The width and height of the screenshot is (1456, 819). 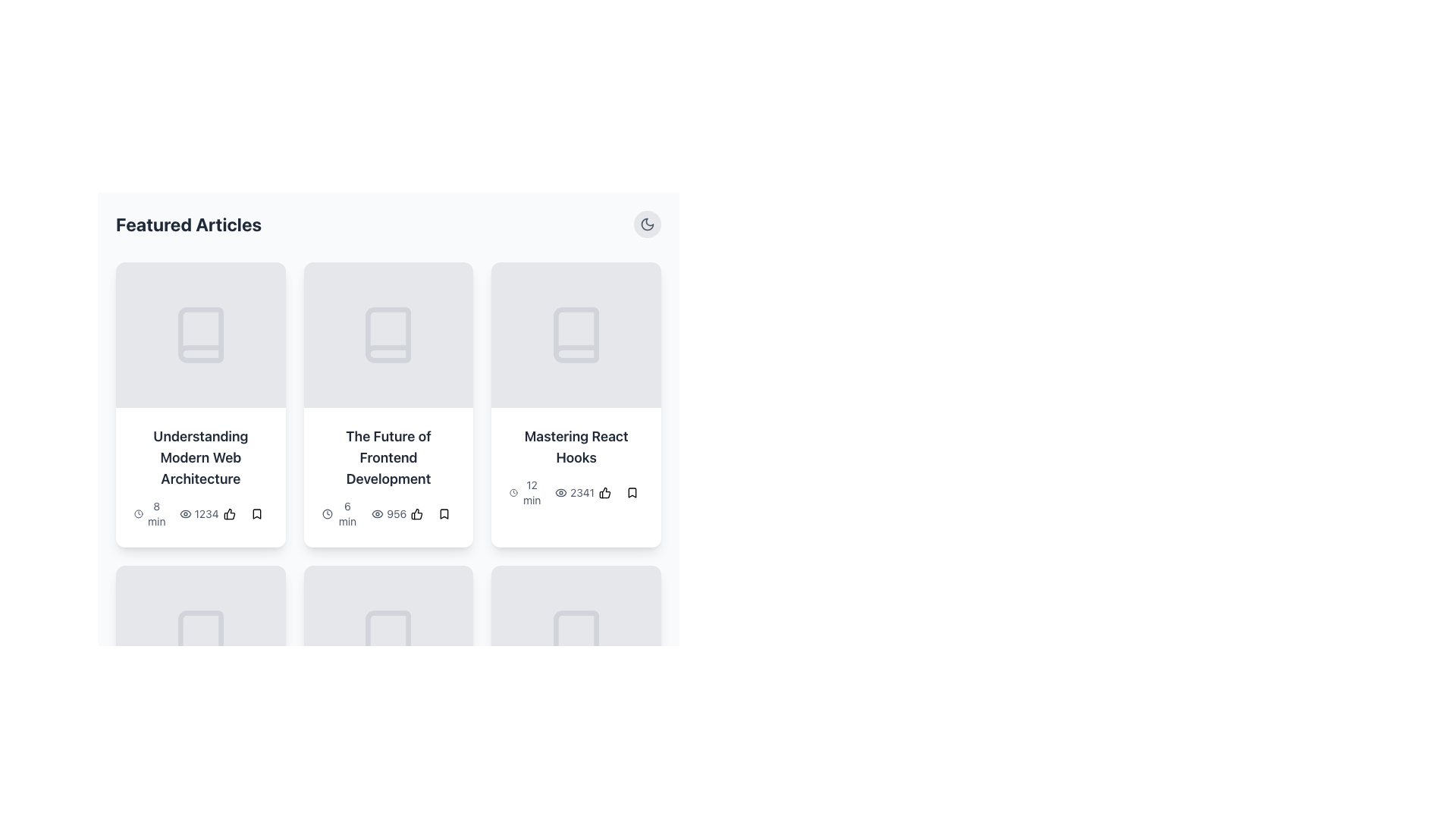 What do you see at coordinates (199, 403) in the screenshot?
I see `the card element titled 'Understanding Modern Web Architecture' located` at bounding box center [199, 403].